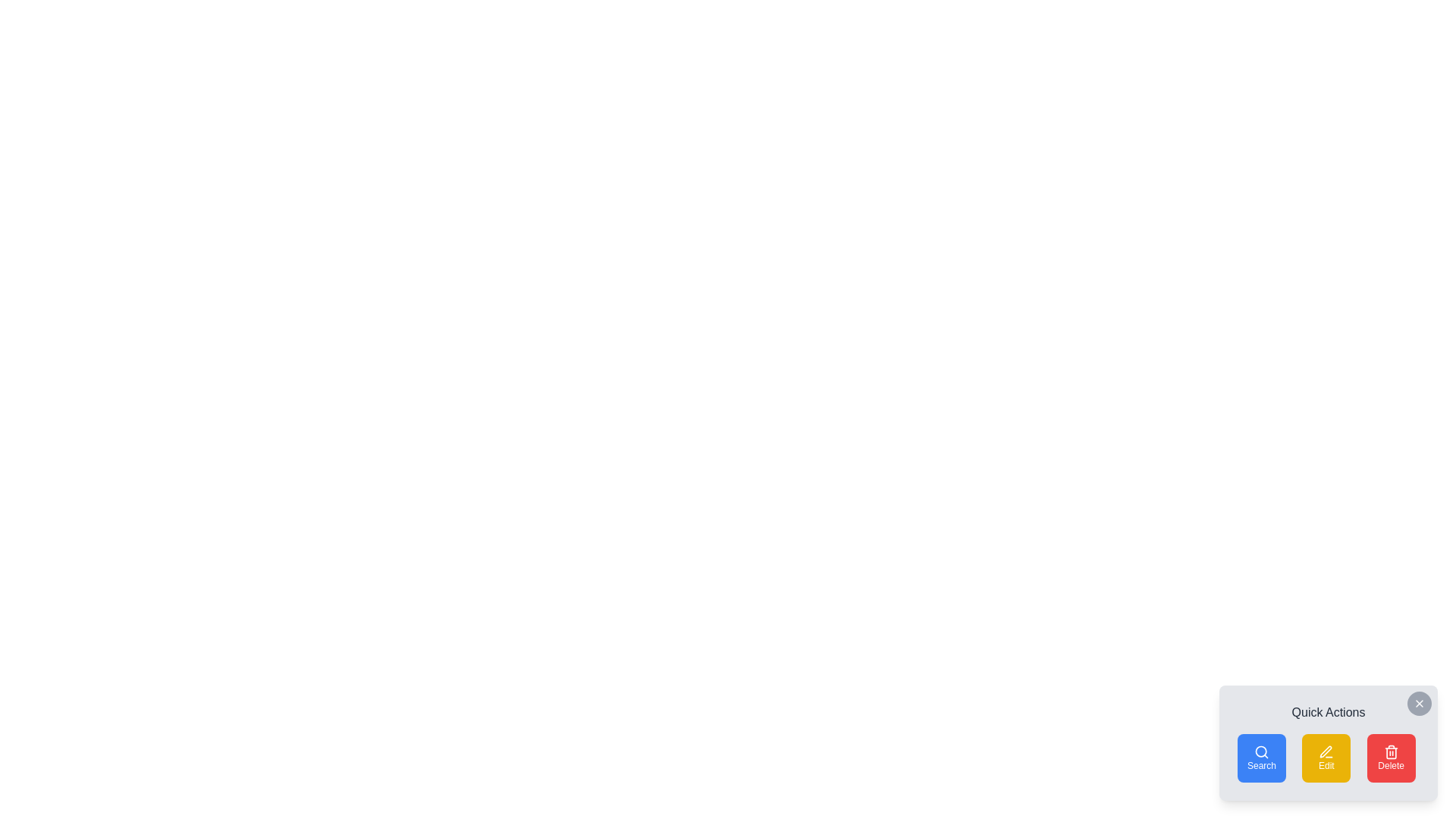 The width and height of the screenshot is (1456, 819). I want to click on the search icon located within the circular blue button labeled 'Search' at the top-left corner of the 'Quick Actions' panel, so click(1262, 752).